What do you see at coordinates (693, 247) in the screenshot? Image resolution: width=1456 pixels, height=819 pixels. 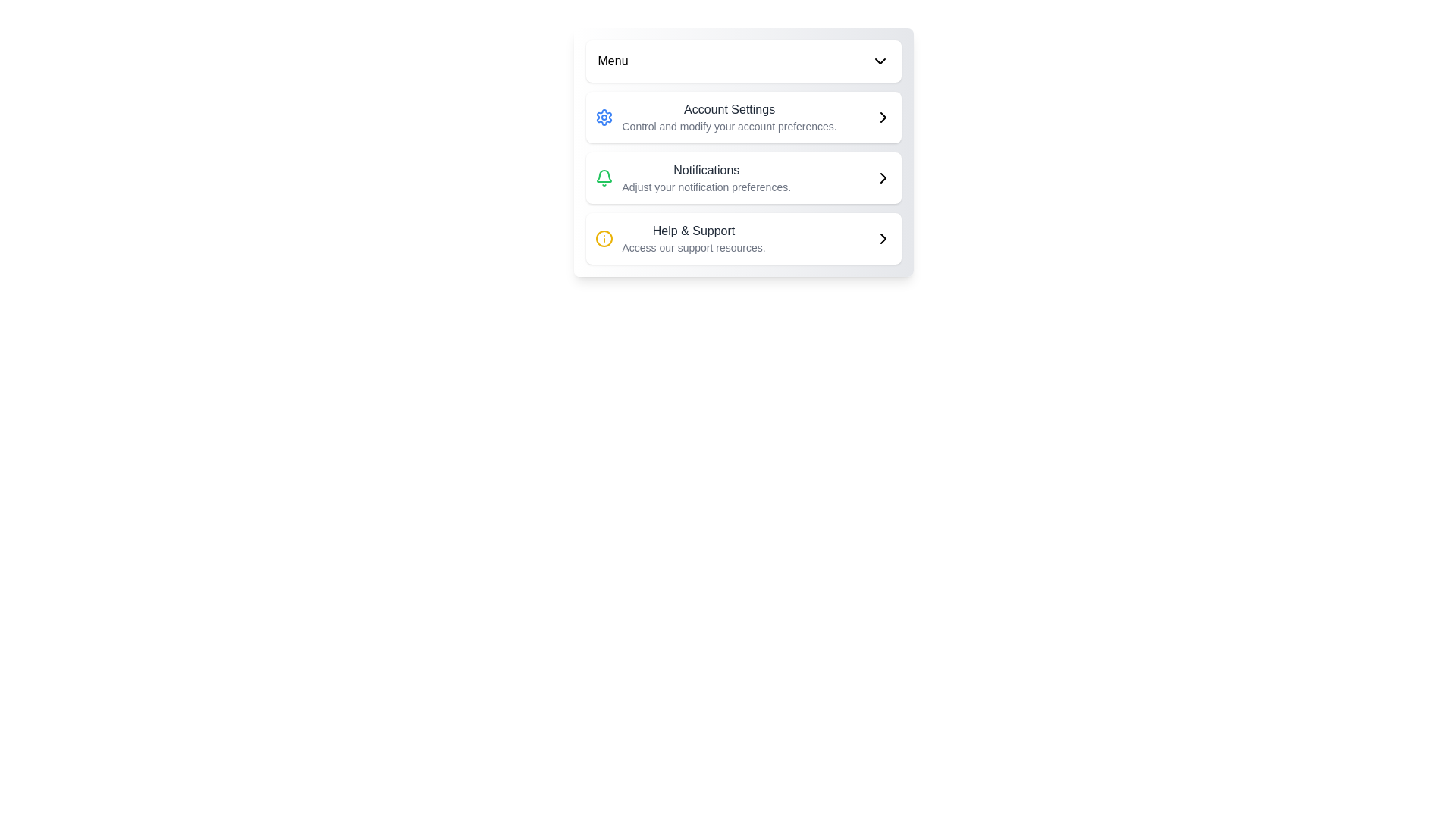 I see `the descriptive Text label located below the 'Help & Support' phrase in the bottom section of the Help & Support module` at bounding box center [693, 247].